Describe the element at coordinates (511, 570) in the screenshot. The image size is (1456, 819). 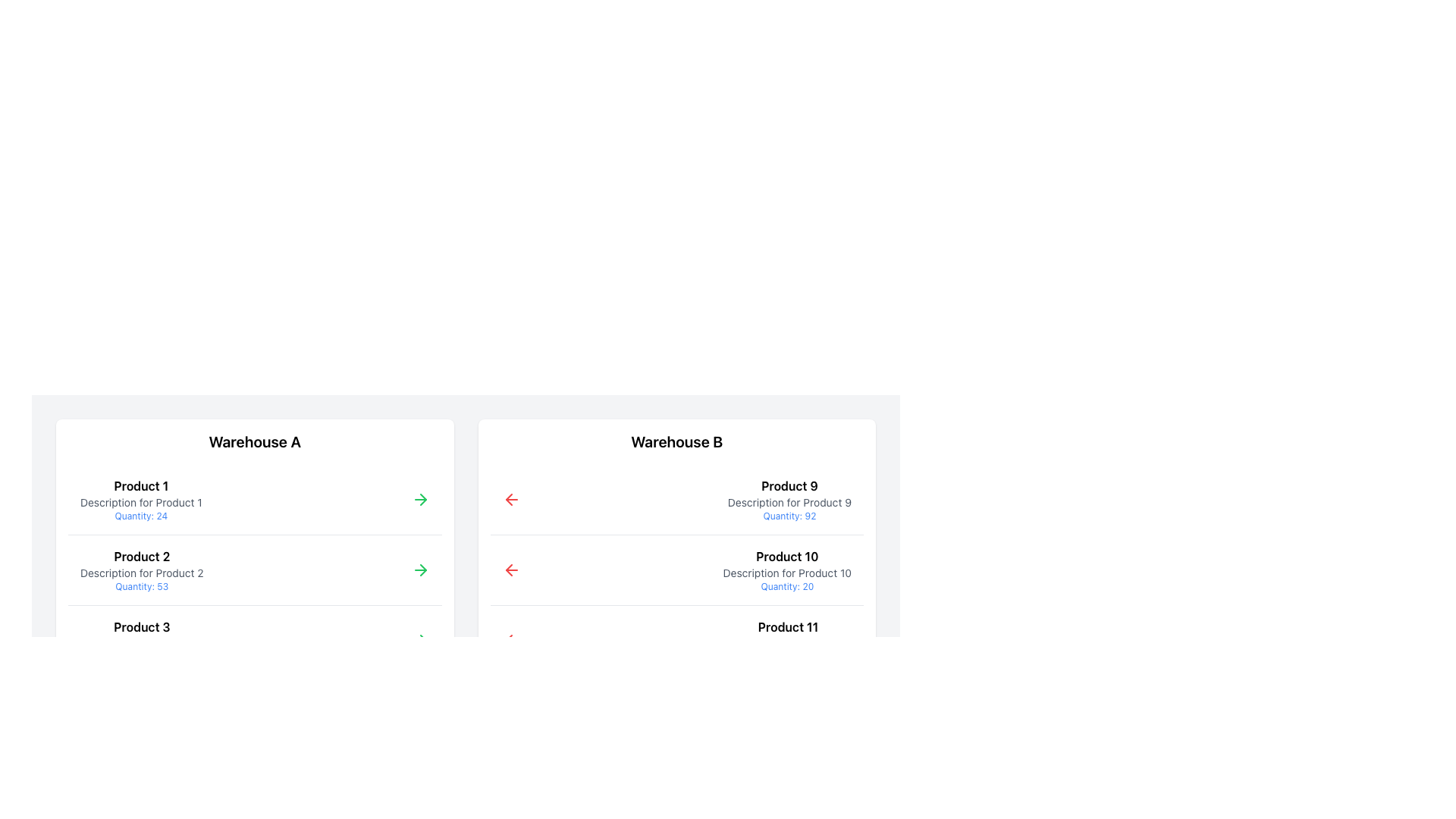
I see `the navigational arrow button located on the left side of the content section for 'Product 10' in Warehouse B` at that location.